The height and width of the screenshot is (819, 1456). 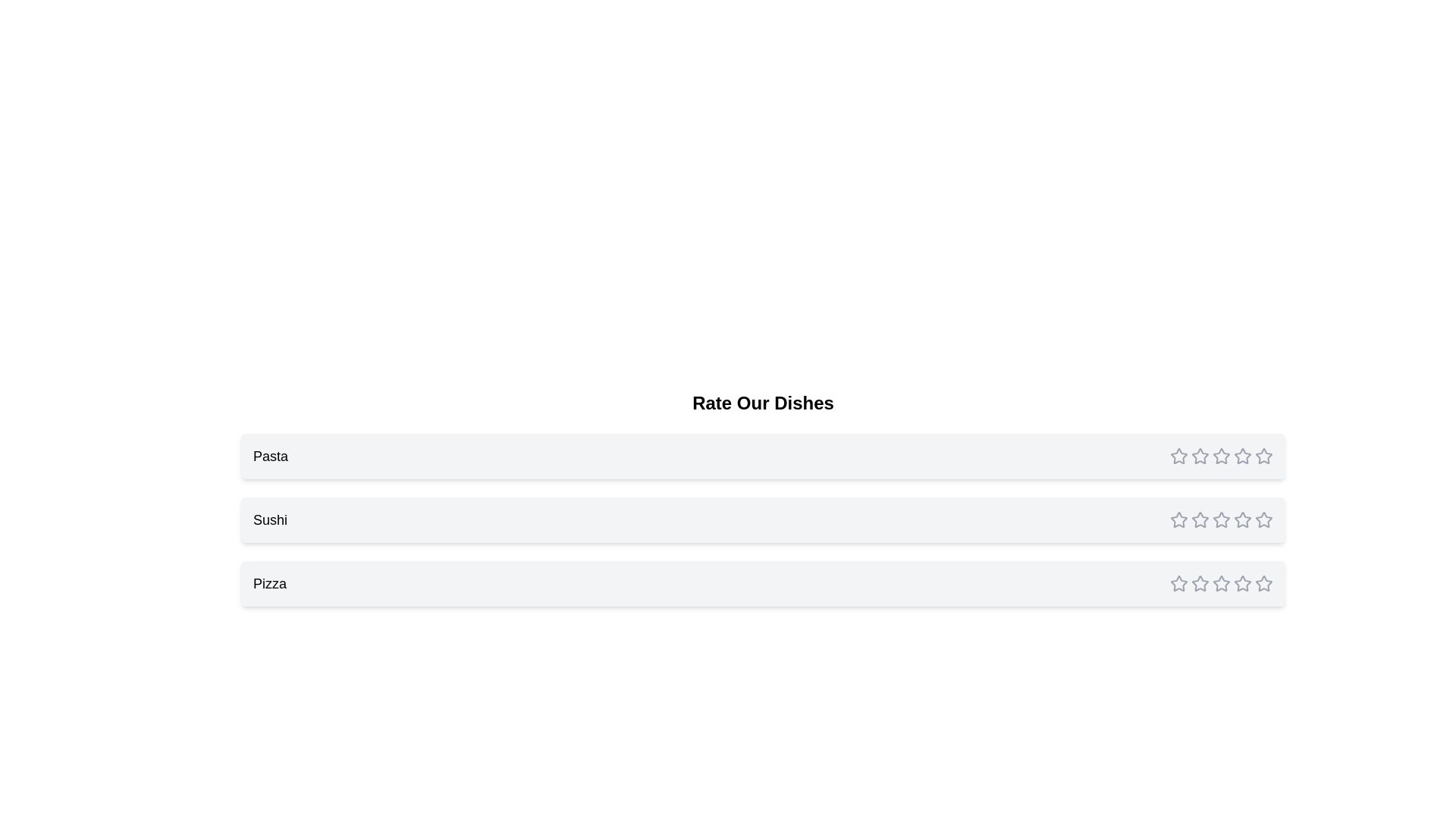 I want to click on the sixth rating star for the item 'Sushi', so click(x=1242, y=455).